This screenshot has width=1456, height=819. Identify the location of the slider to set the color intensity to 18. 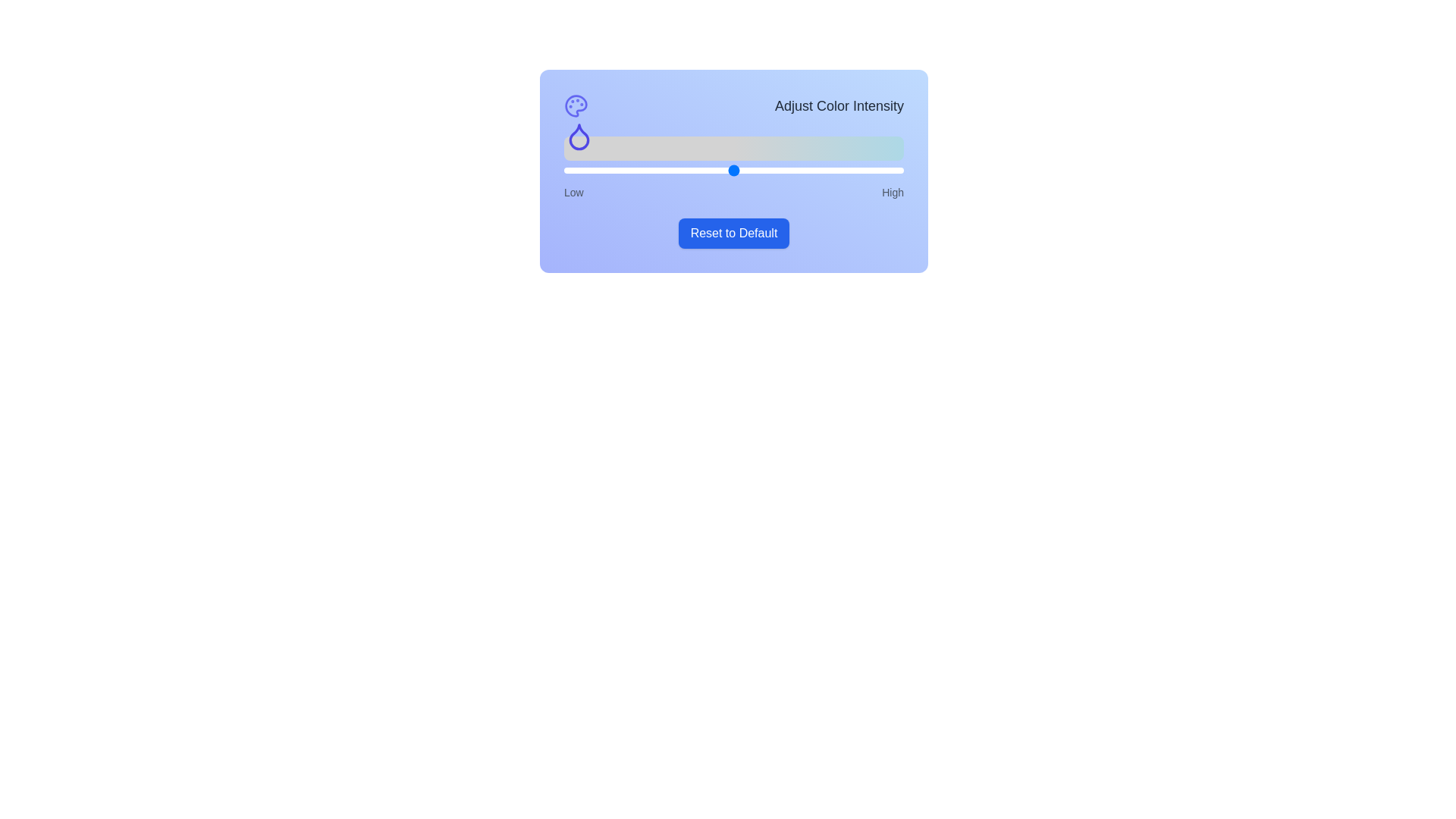
(625, 170).